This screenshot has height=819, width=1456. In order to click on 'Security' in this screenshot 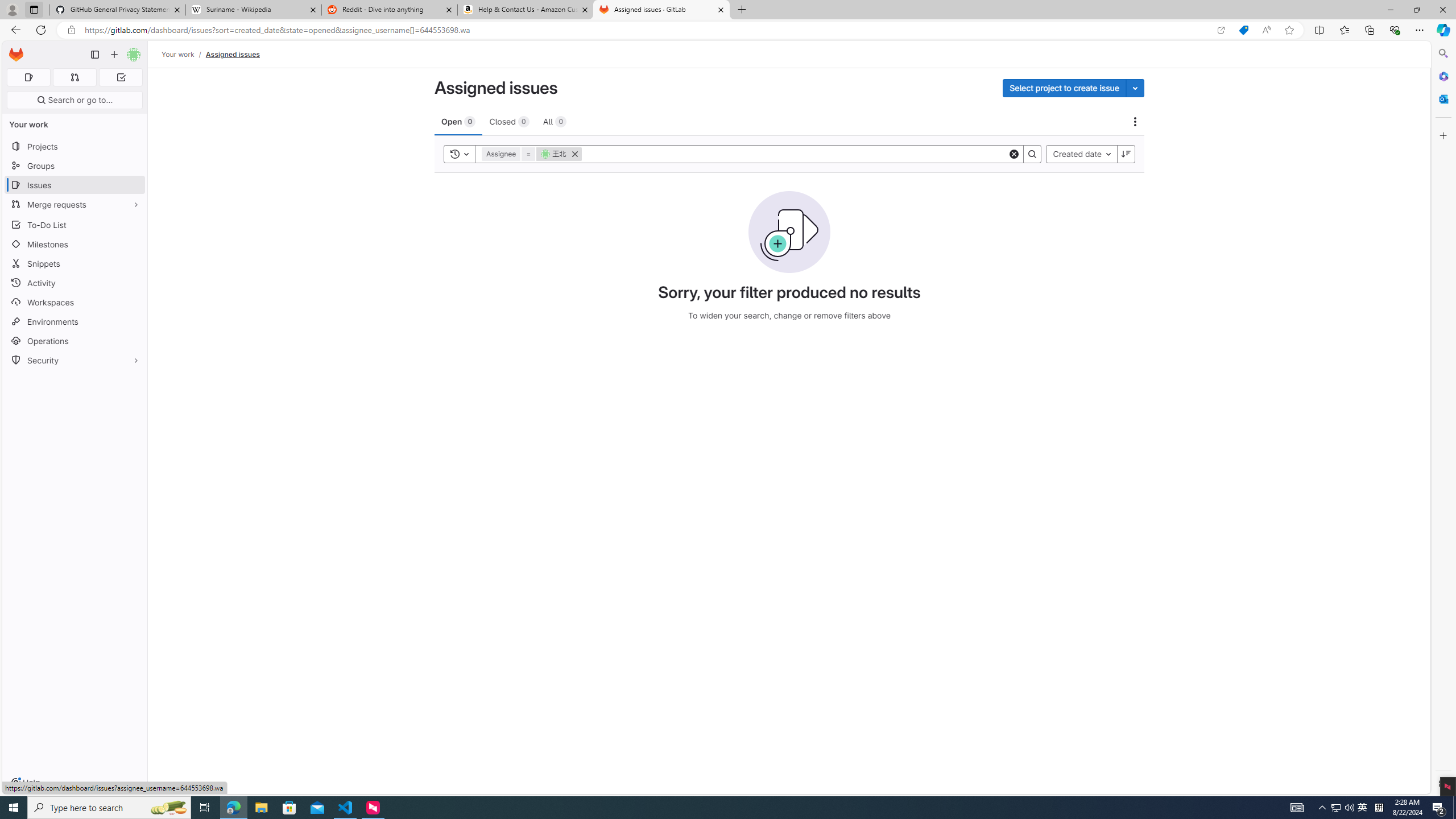, I will do `click(74, 359)`.